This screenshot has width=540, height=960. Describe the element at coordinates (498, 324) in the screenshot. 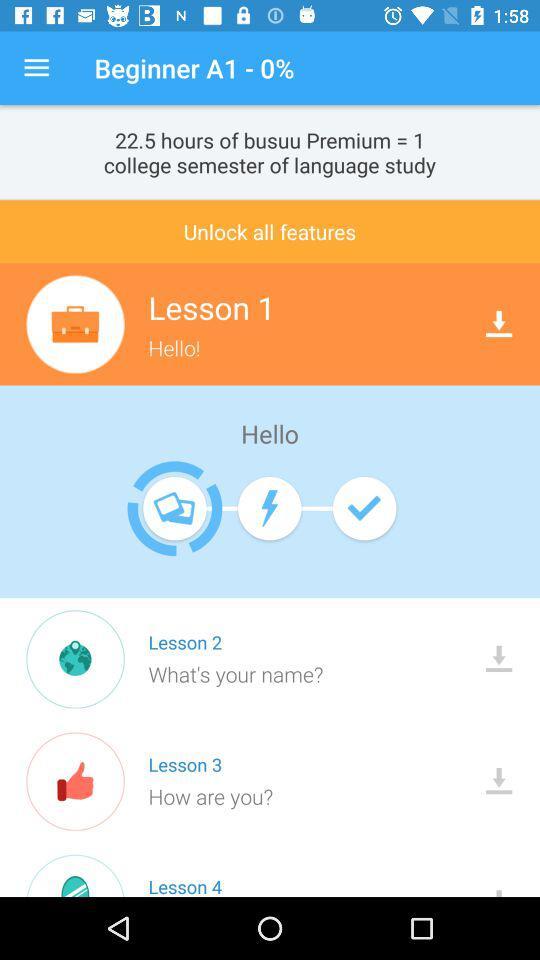

I see `download icon` at that location.